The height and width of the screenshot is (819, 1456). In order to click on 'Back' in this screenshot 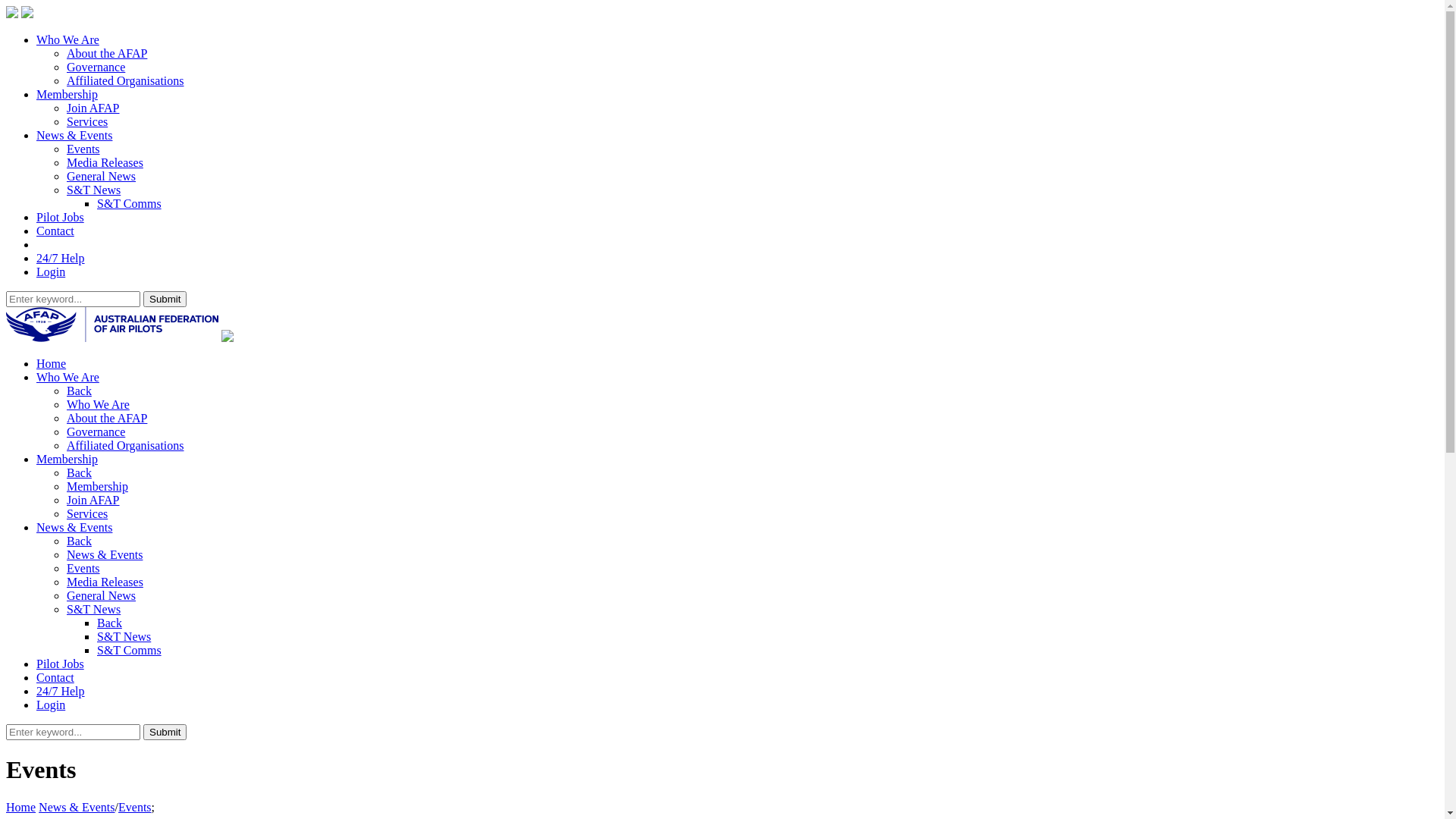, I will do `click(65, 472)`.